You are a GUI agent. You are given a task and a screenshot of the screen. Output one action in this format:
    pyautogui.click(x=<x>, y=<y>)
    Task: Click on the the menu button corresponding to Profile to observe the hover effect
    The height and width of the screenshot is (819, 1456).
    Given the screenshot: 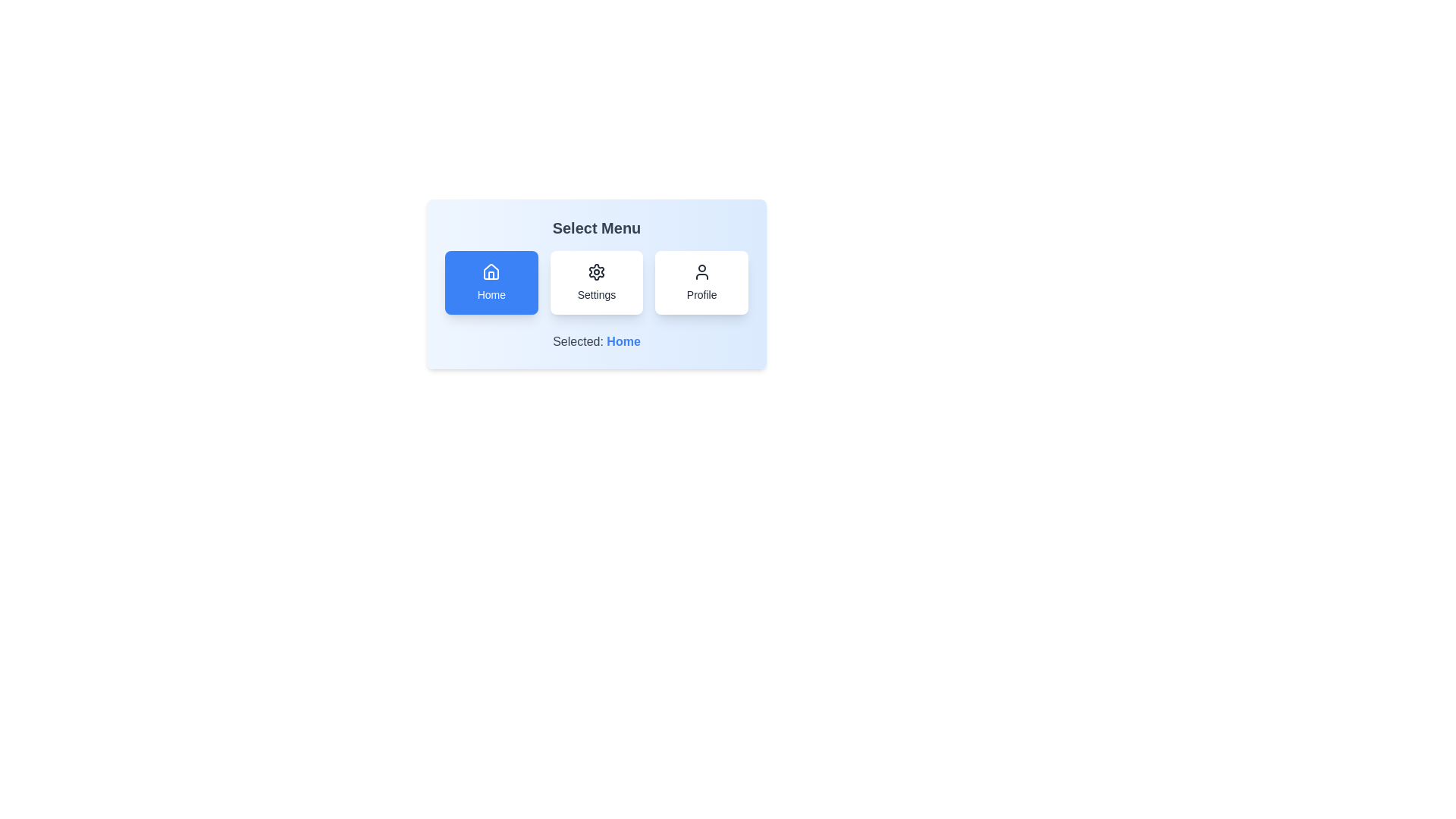 What is the action you would take?
    pyautogui.click(x=701, y=283)
    